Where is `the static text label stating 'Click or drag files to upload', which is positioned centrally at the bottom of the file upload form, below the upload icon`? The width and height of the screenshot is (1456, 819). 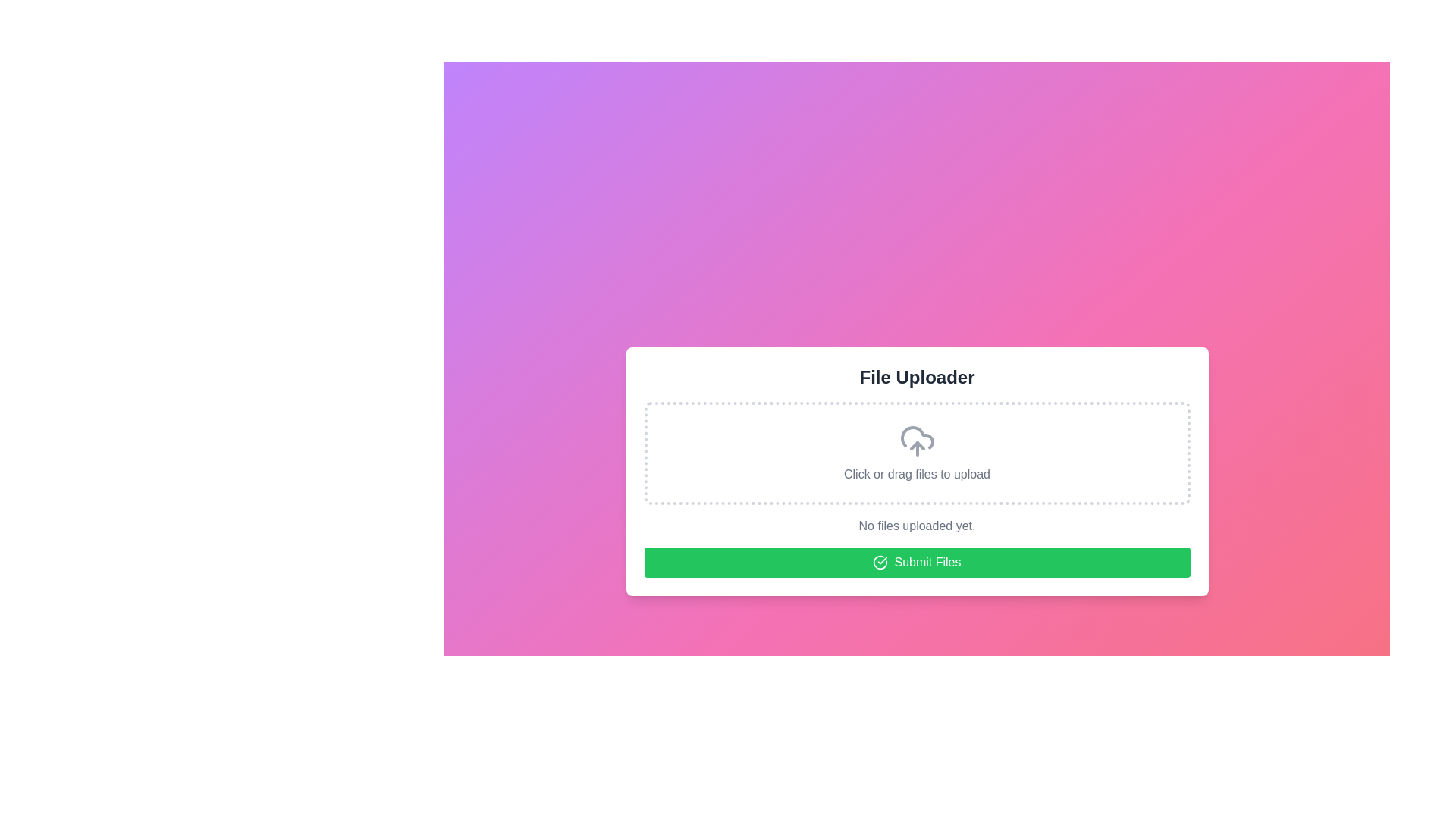 the static text label stating 'Click or drag files to upload', which is positioned centrally at the bottom of the file upload form, below the upload icon is located at coordinates (916, 473).